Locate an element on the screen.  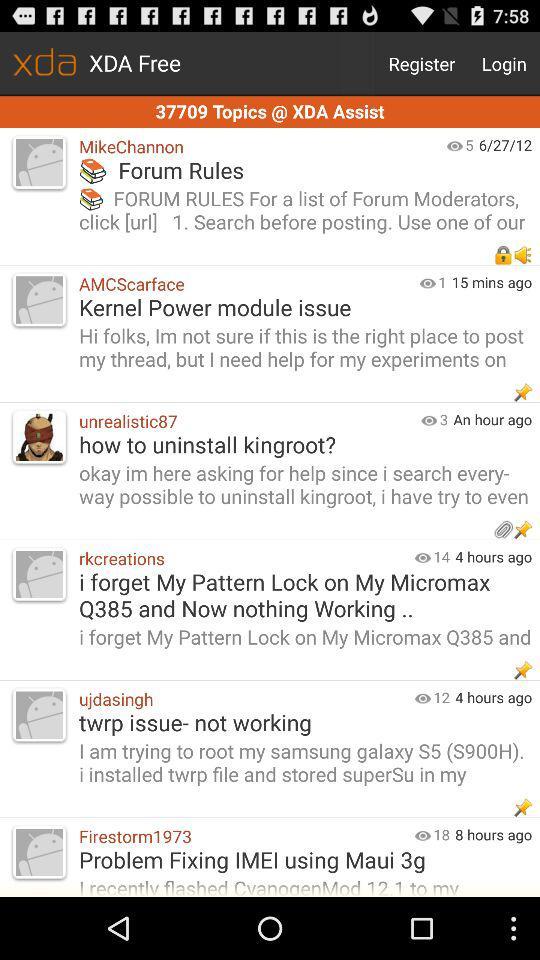
the item next to the register icon is located at coordinates (503, 63).